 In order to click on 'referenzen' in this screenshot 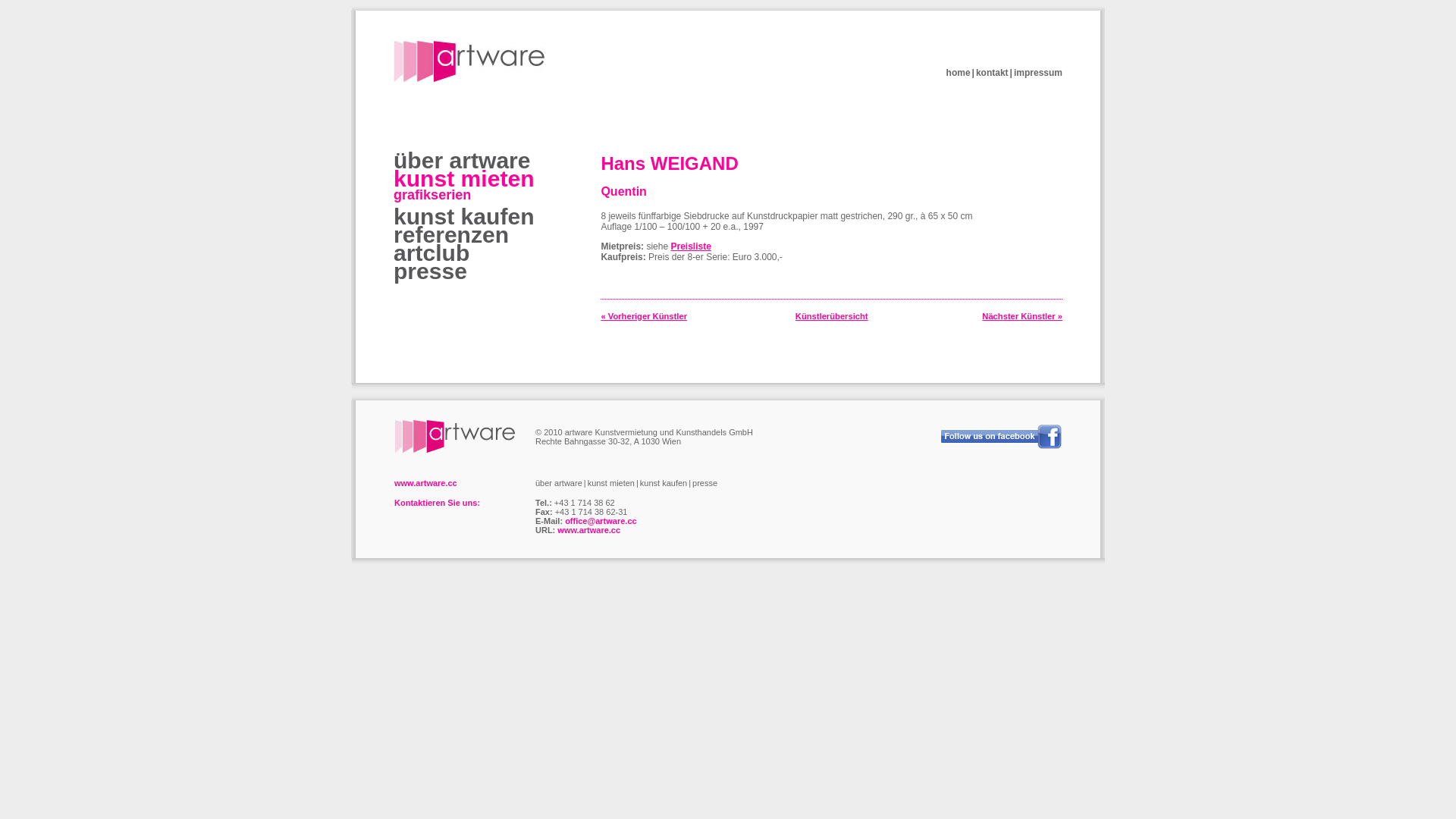, I will do `click(393, 234)`.